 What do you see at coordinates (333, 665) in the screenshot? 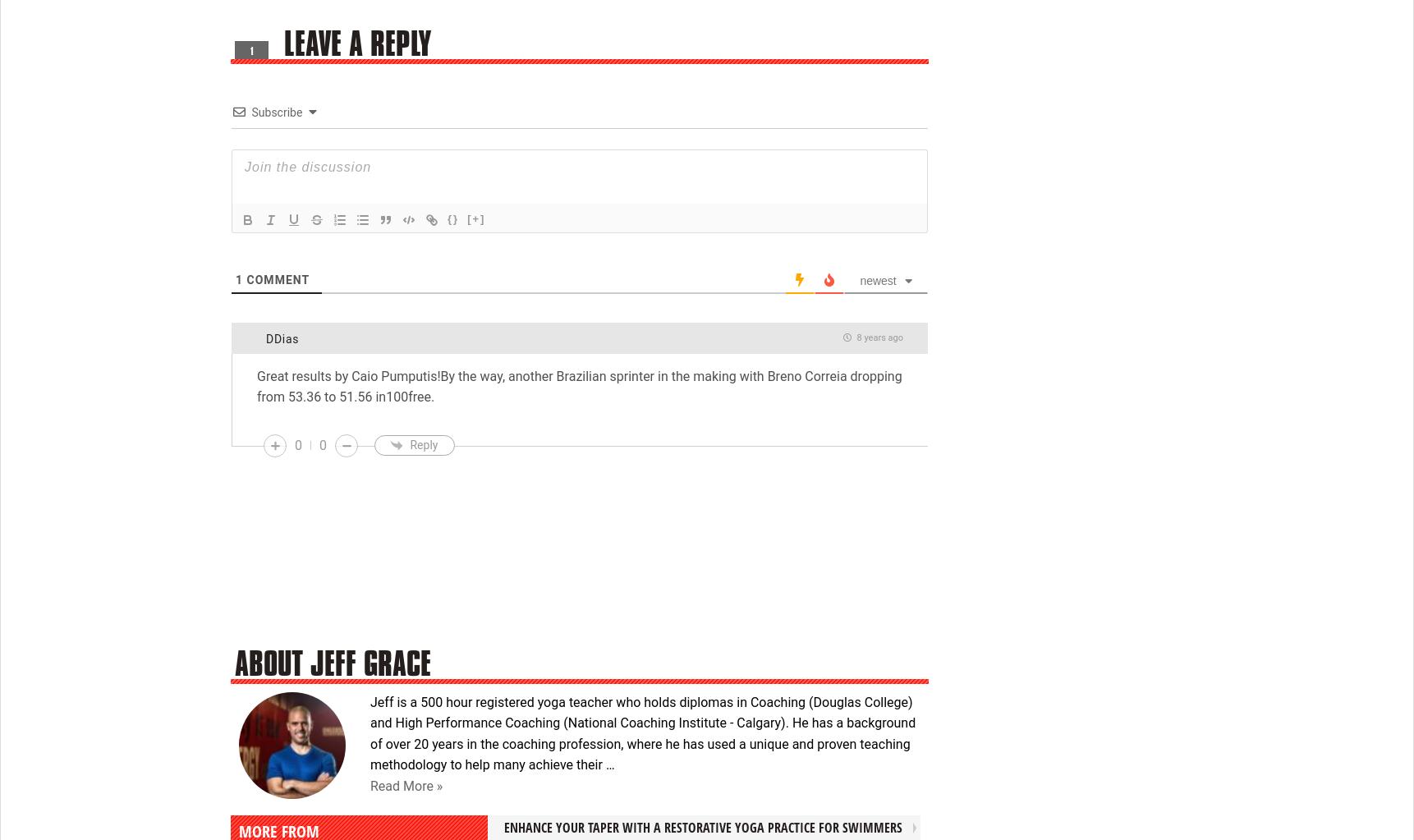
I see `'About Jeff Grace'` at bounding box center [333, 665].